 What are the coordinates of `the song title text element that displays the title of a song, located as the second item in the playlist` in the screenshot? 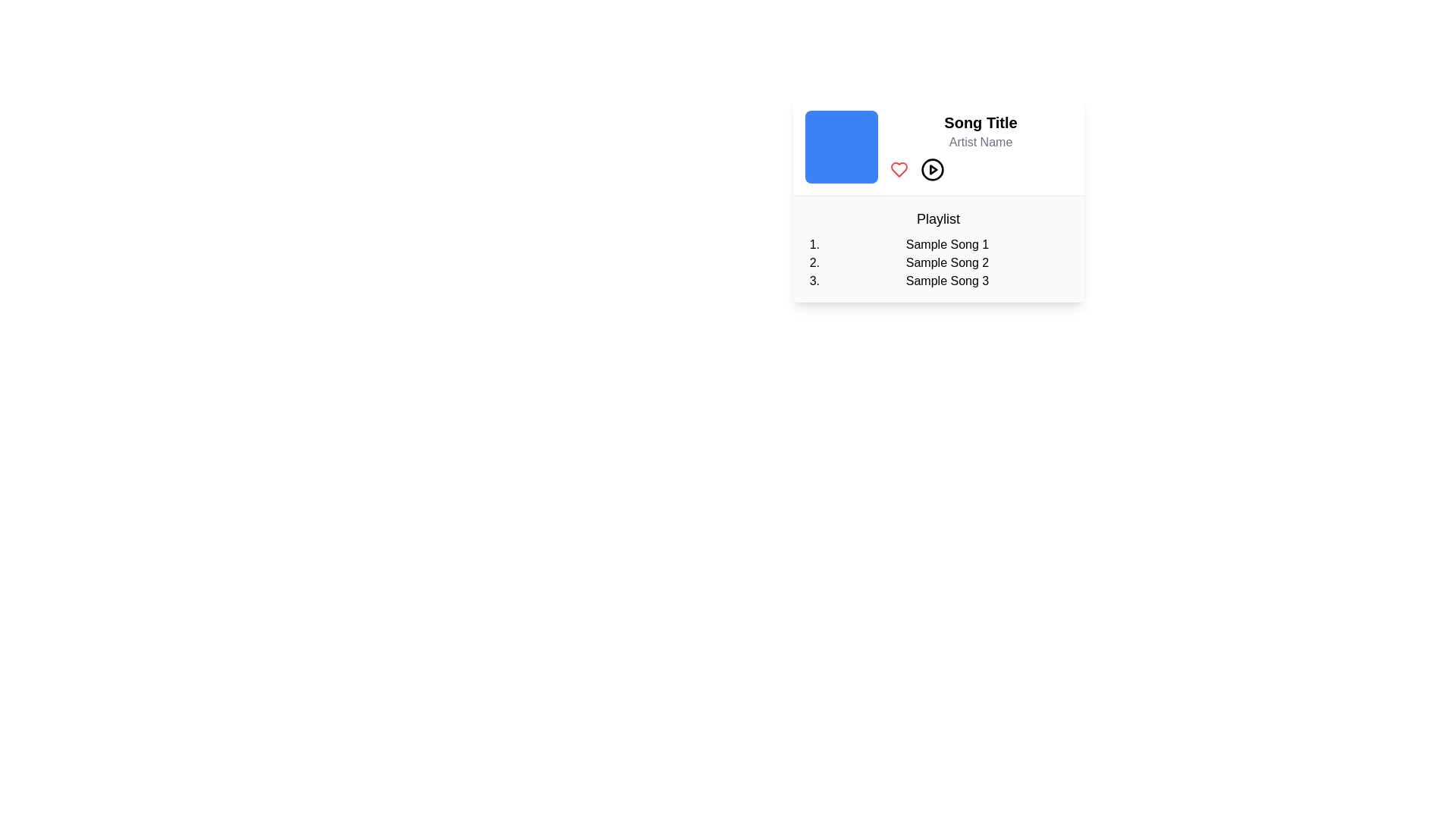 It's located at (946, 262).